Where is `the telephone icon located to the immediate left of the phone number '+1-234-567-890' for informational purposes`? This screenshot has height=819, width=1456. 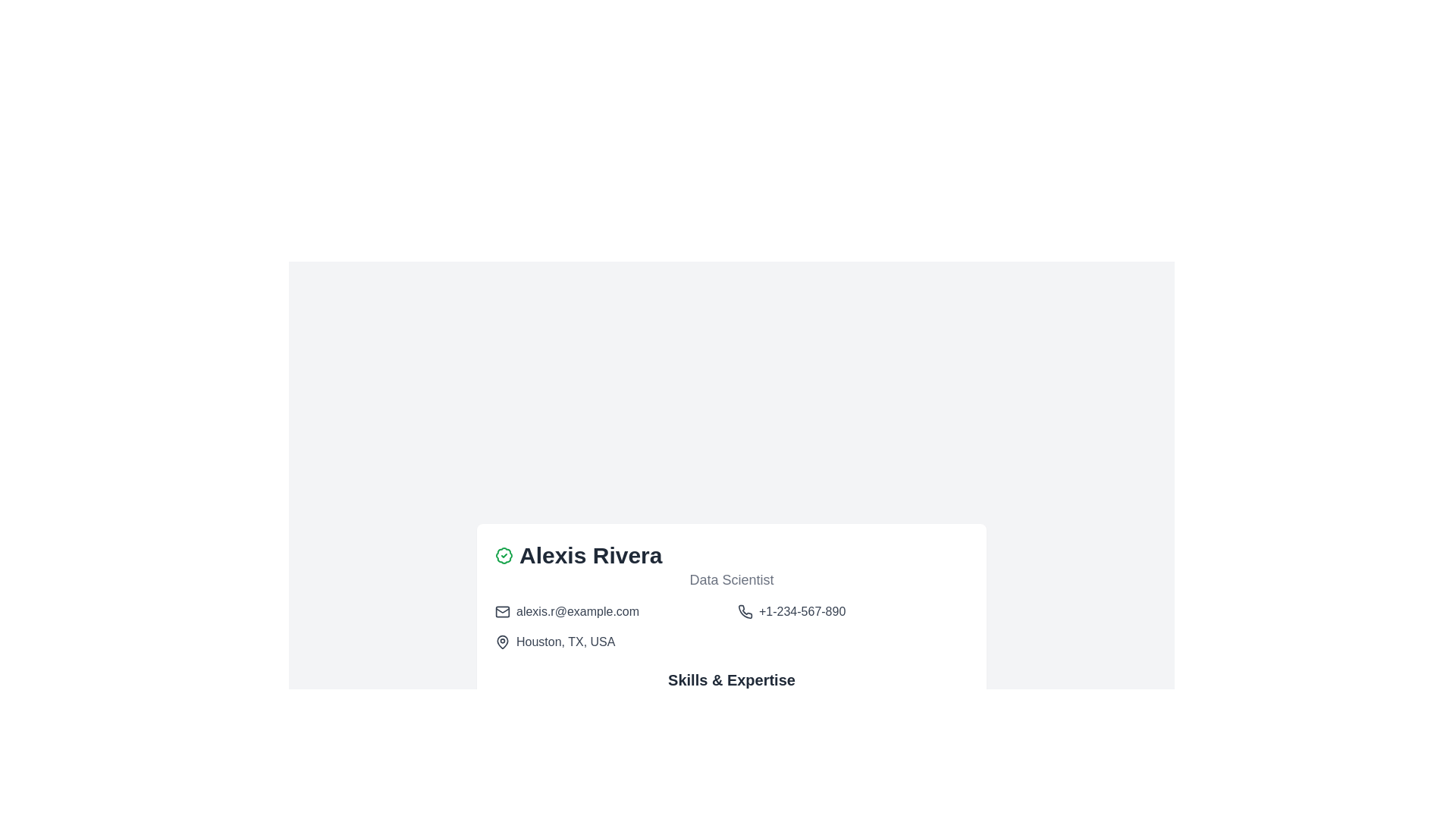
the telephone icon located to the immediate left of the phone number '+1-234-567-890' for informational purposes is located at coordinates (745, 610).